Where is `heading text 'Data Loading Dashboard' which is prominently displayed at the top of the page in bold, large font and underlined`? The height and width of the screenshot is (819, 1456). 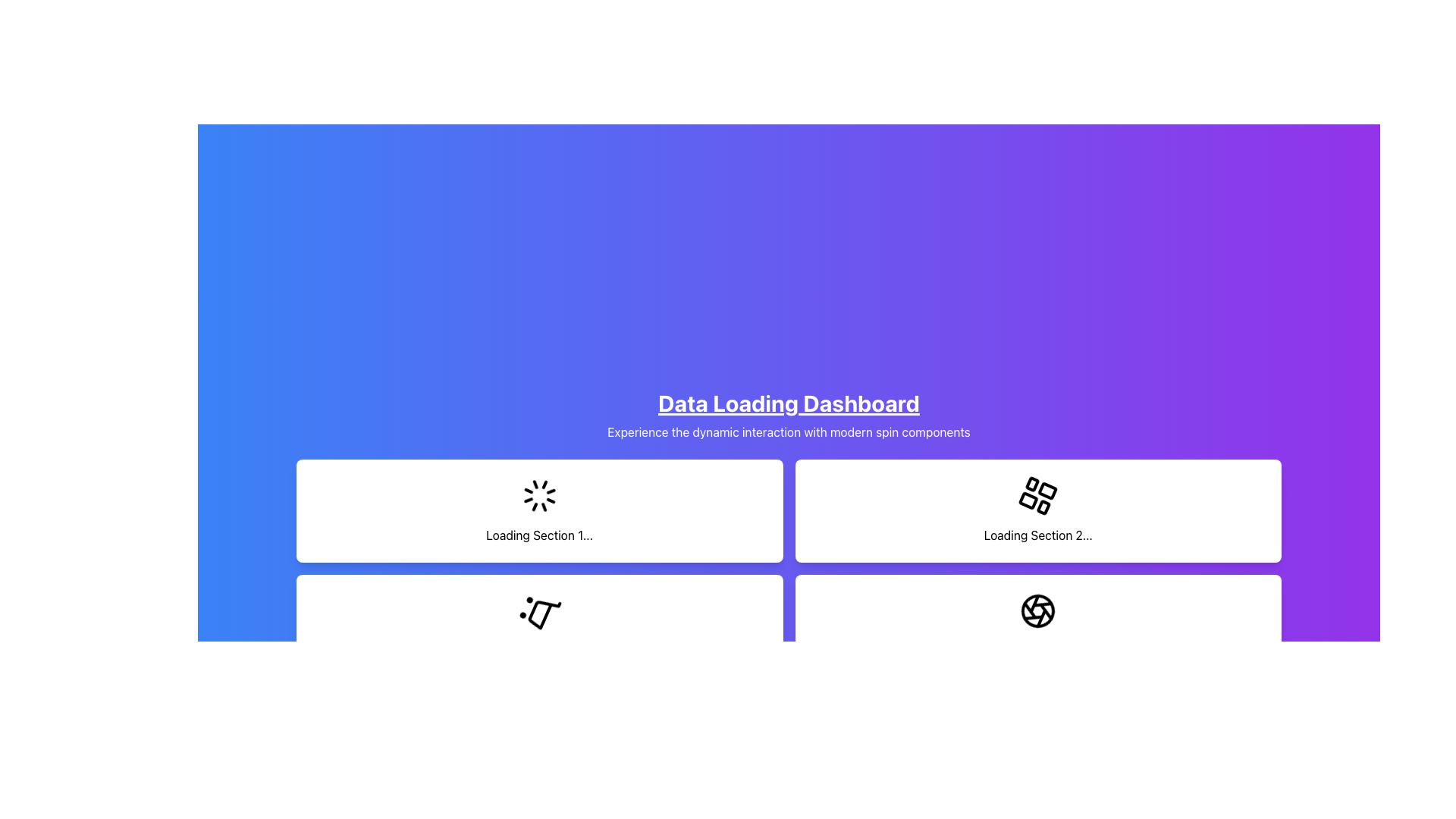 heading text 'Data Loading Dashboard' which is prominently displayed at the top of the page in bold, large font and underlined is located at coordinates (789, 403).